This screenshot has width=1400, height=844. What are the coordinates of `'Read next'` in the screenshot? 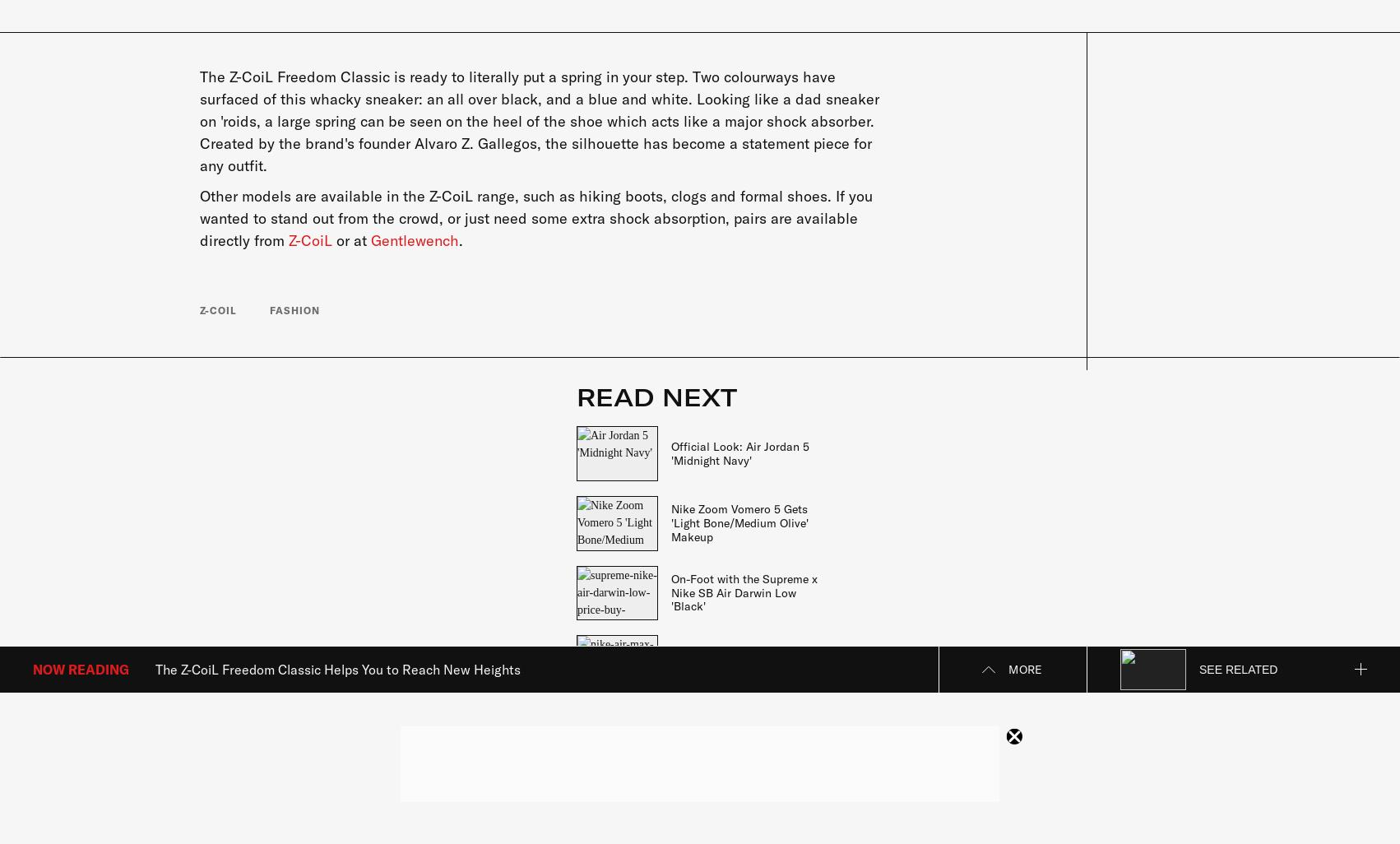 It's located at (656, 396).